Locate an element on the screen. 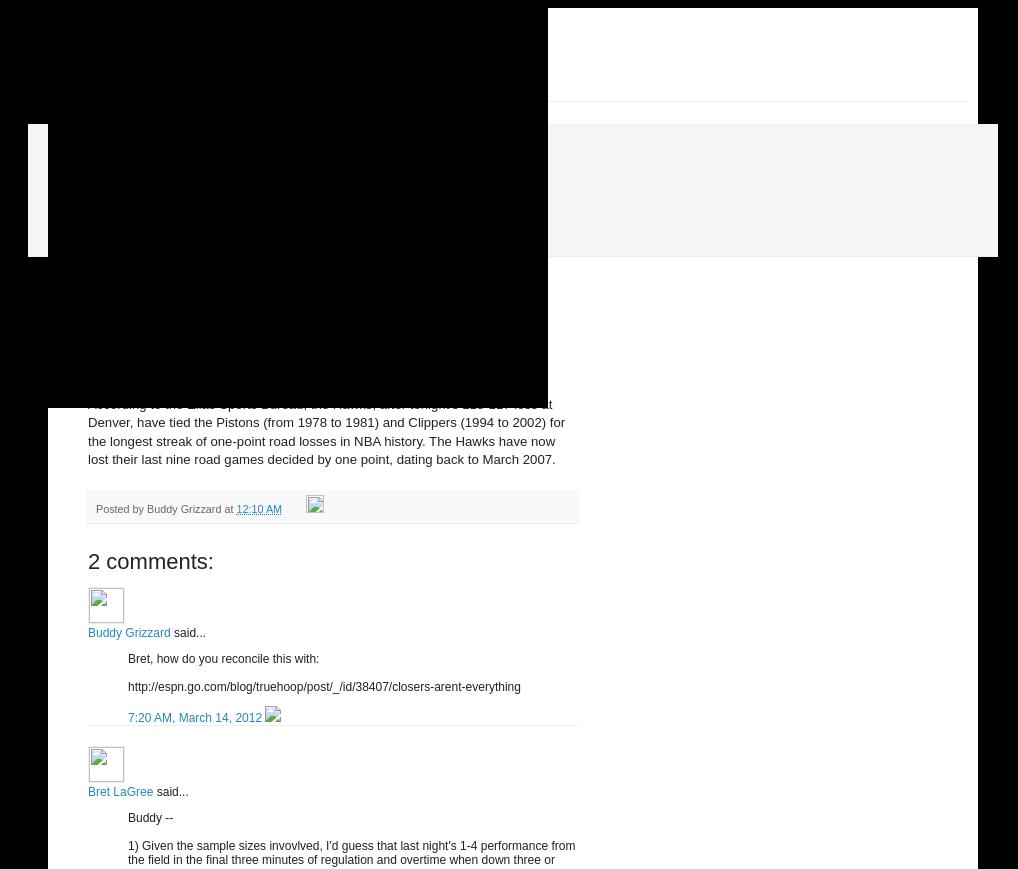 Image resolution: width=1018 pixels, height=869 pixels. 'According to the Elias Sports Bureau, the Hawks, after tonight's 118-117 loss at Denver, have tied the Pistons (from 1978 to 1981) and Clippers (1994 to 2002) for the longest streak of one-point road losses in NBA history. The Hawks have now lost their last nine road games decided by one point, dating back to March 2007.' is located at coordinates (87, 430).